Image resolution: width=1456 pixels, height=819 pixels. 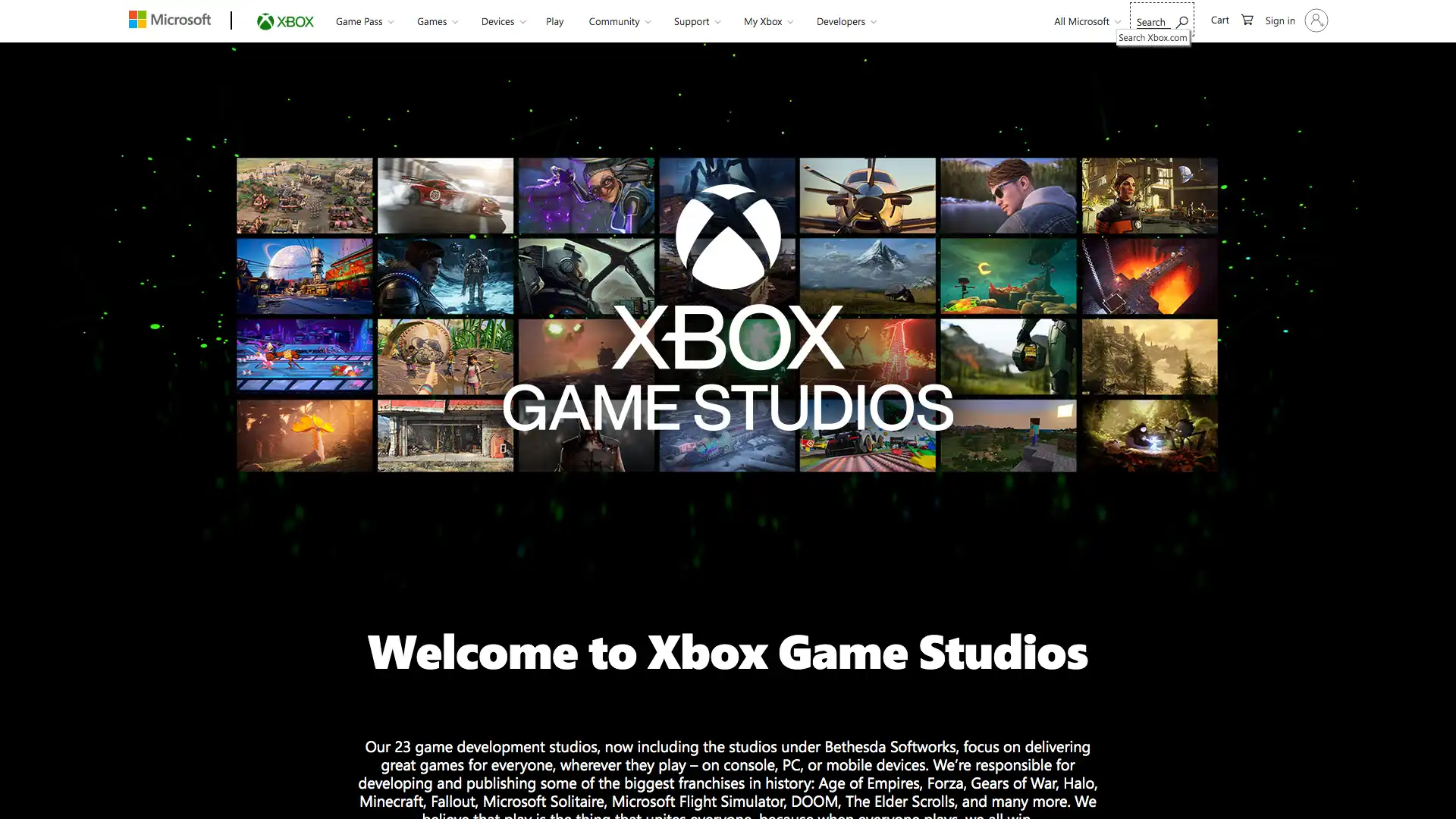 I want to click on Support, so click(x=695, y=20).